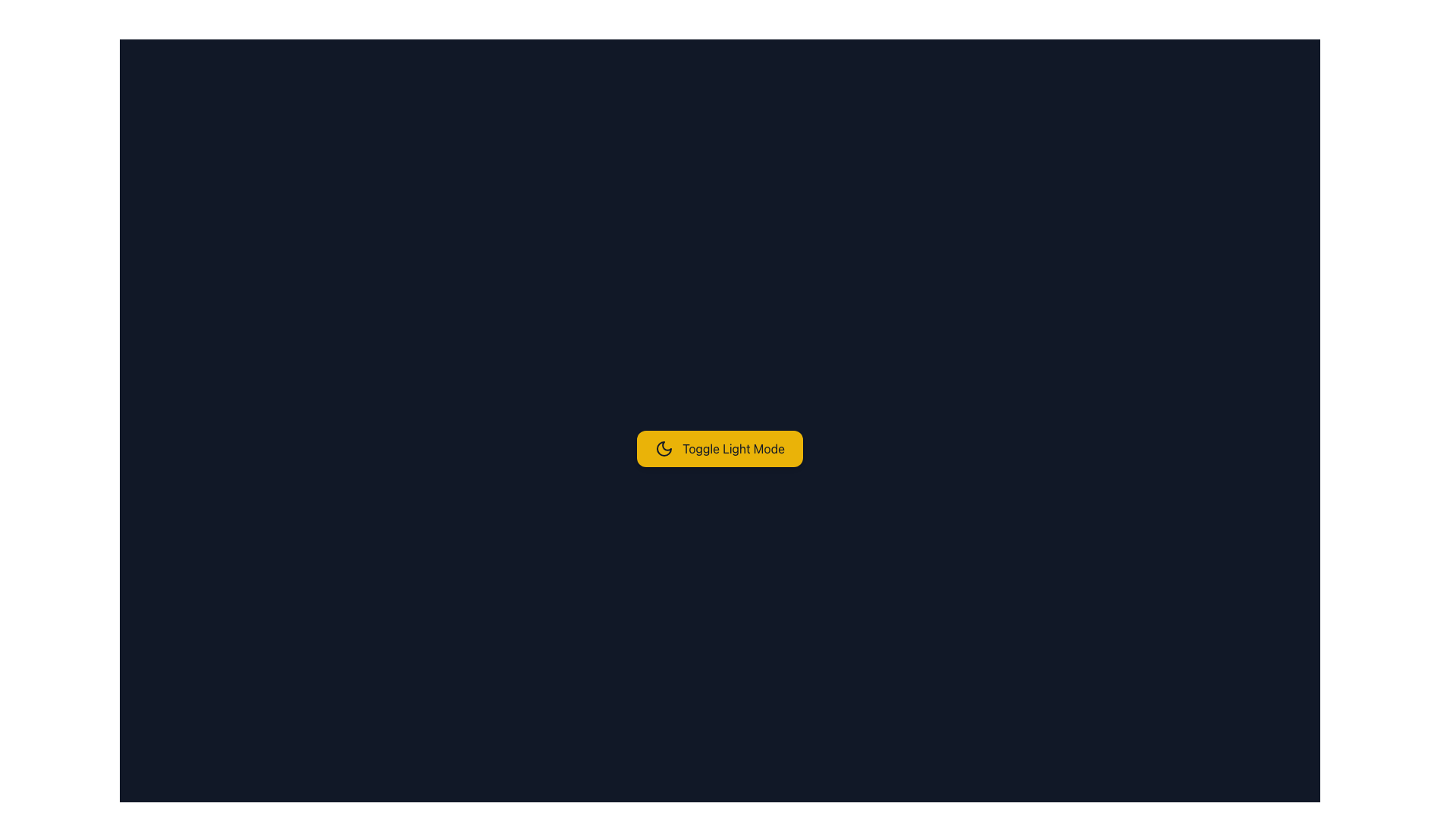 This screenshot has width=1456, height=819. What do you see at coordinates (664, 447) in the screenshot?
I see `the 'Toggle Light Mode' button which contains the crescent moon icon on its left side` at bounding box center [664, 447].